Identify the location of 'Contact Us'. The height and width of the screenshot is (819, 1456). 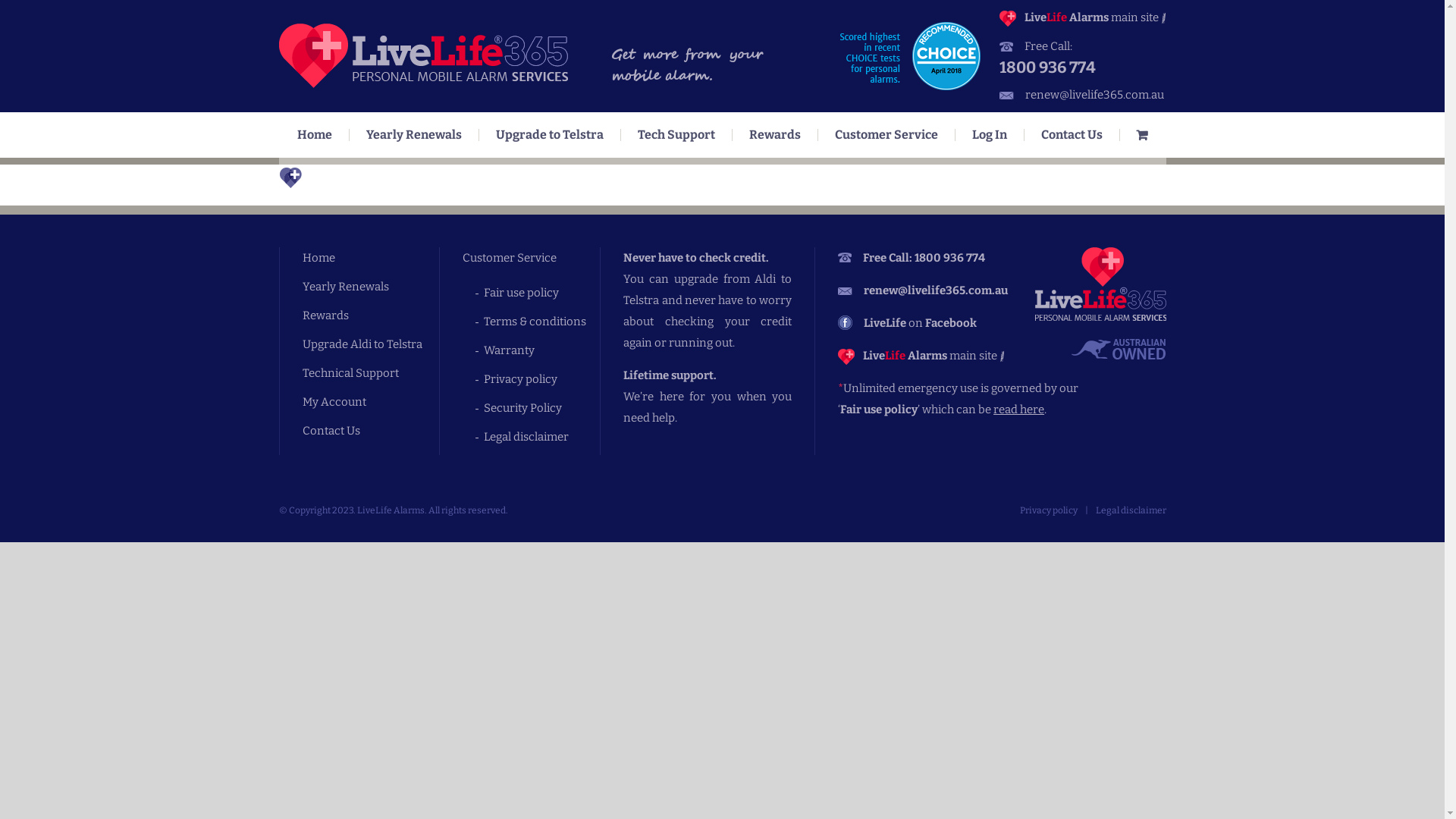
(302, 430).